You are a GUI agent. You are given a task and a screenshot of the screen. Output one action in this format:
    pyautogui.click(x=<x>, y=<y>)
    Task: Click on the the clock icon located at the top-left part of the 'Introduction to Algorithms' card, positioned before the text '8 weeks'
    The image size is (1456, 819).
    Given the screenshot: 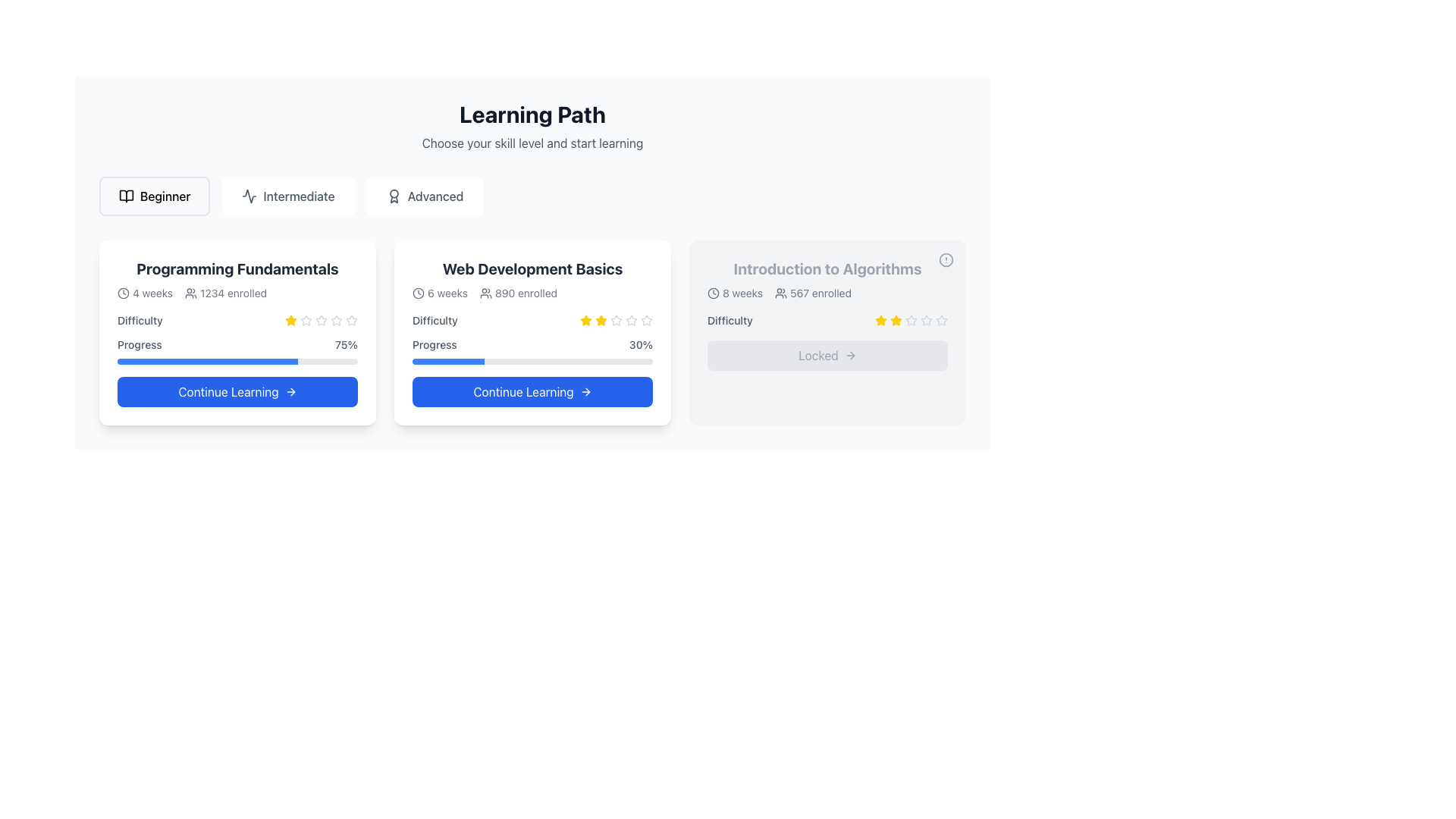 What is the action you would take?
    pyautogui.click(x=712, y=293)
    